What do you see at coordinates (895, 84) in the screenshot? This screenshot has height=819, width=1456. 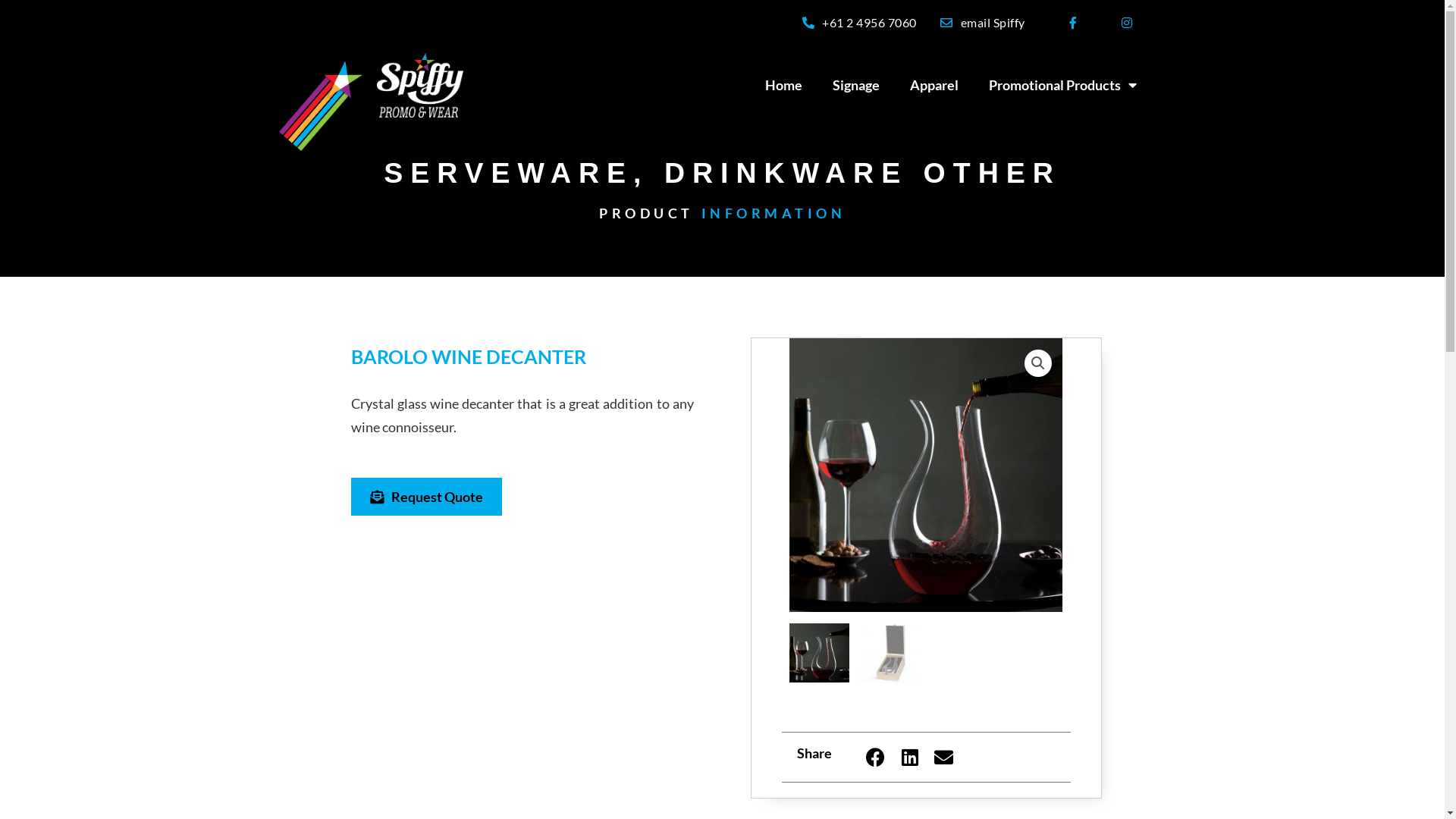 I see `'Apparel'` at bounding box center [895, 84].